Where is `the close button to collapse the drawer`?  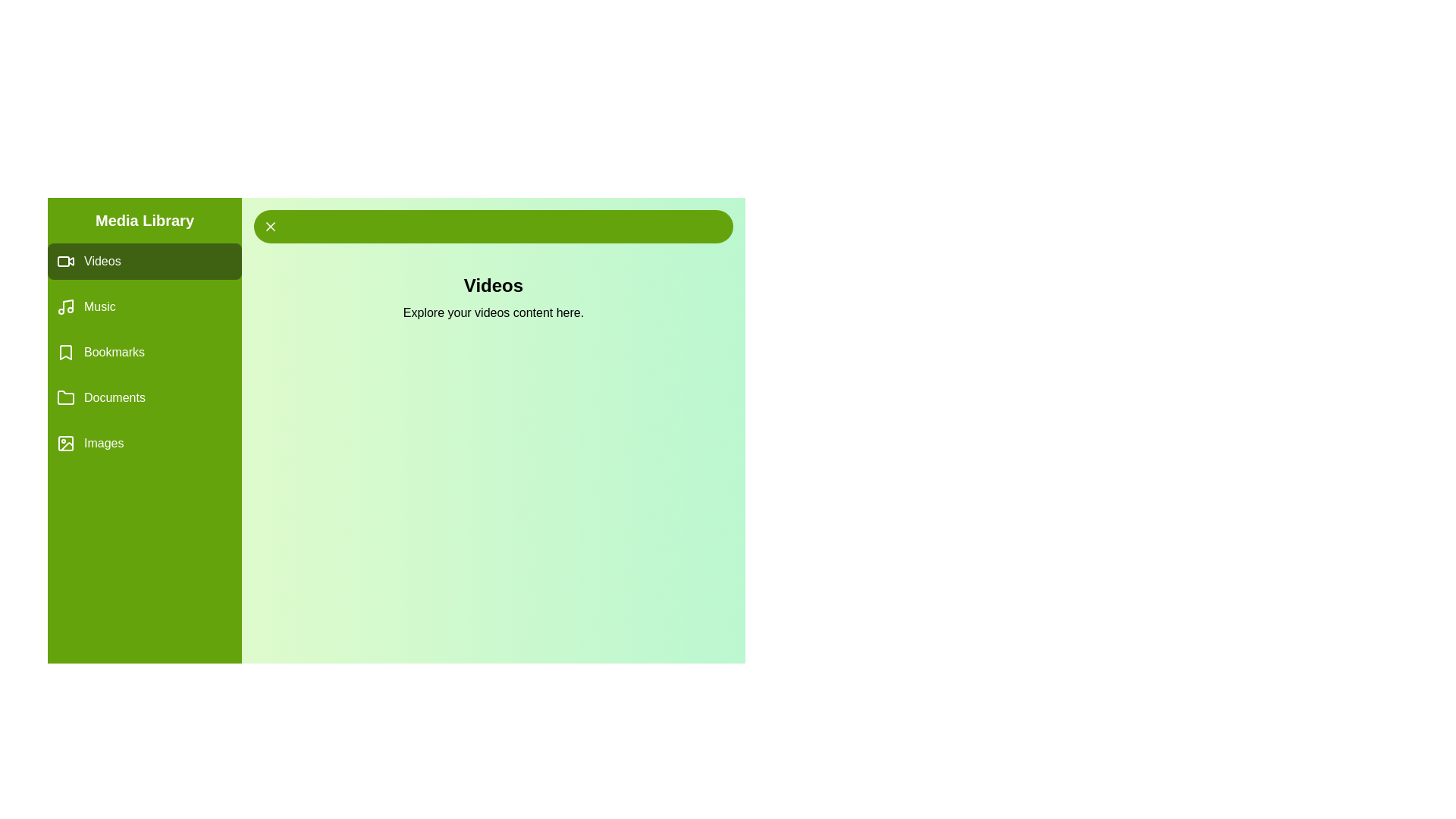
the close button to collapse the drawer is located at coordinates (270, 227).